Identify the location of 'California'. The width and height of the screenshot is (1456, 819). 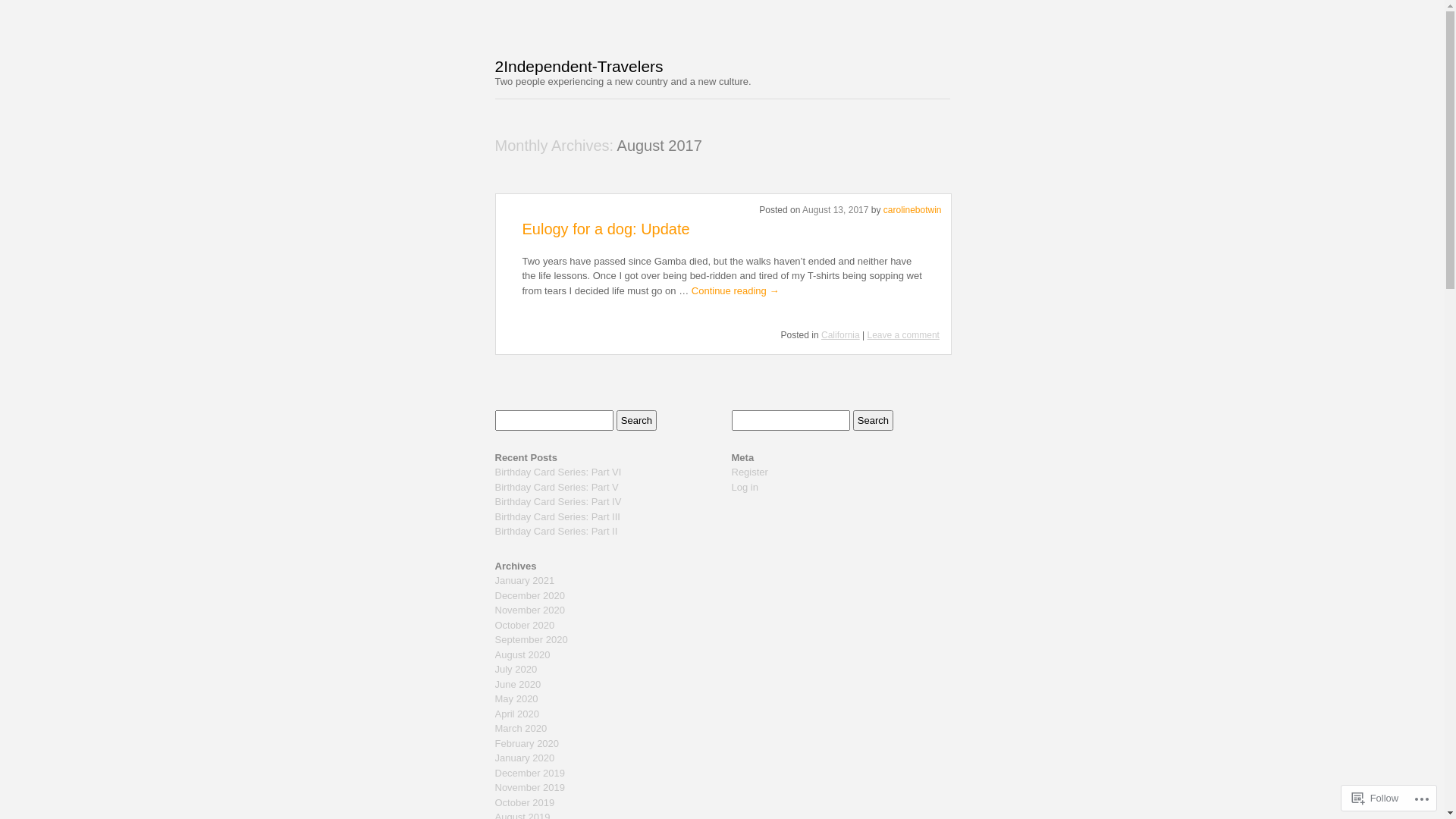
(821, 334).